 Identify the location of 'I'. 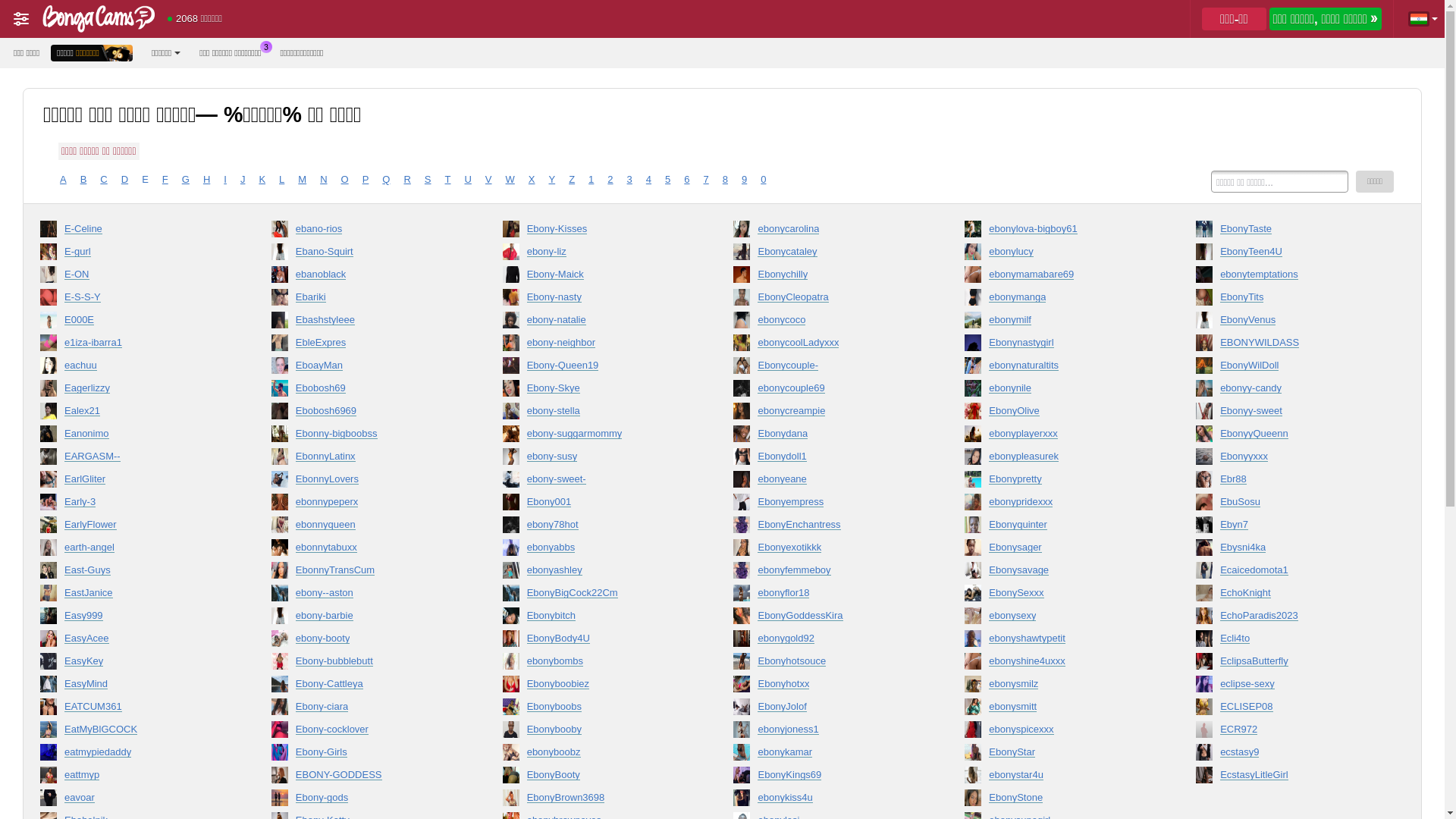
(222, 178).